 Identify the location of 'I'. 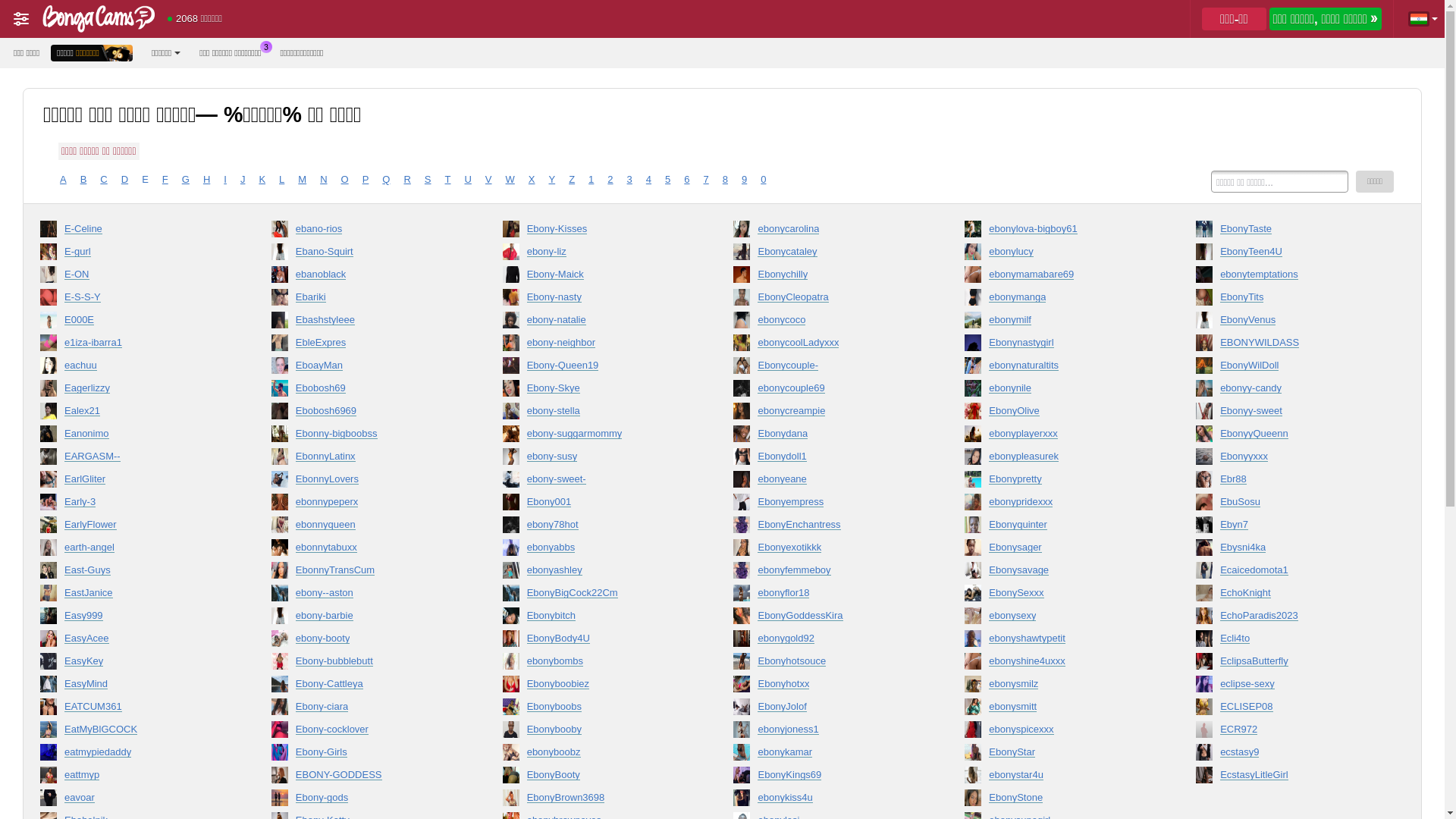
(222, 178).